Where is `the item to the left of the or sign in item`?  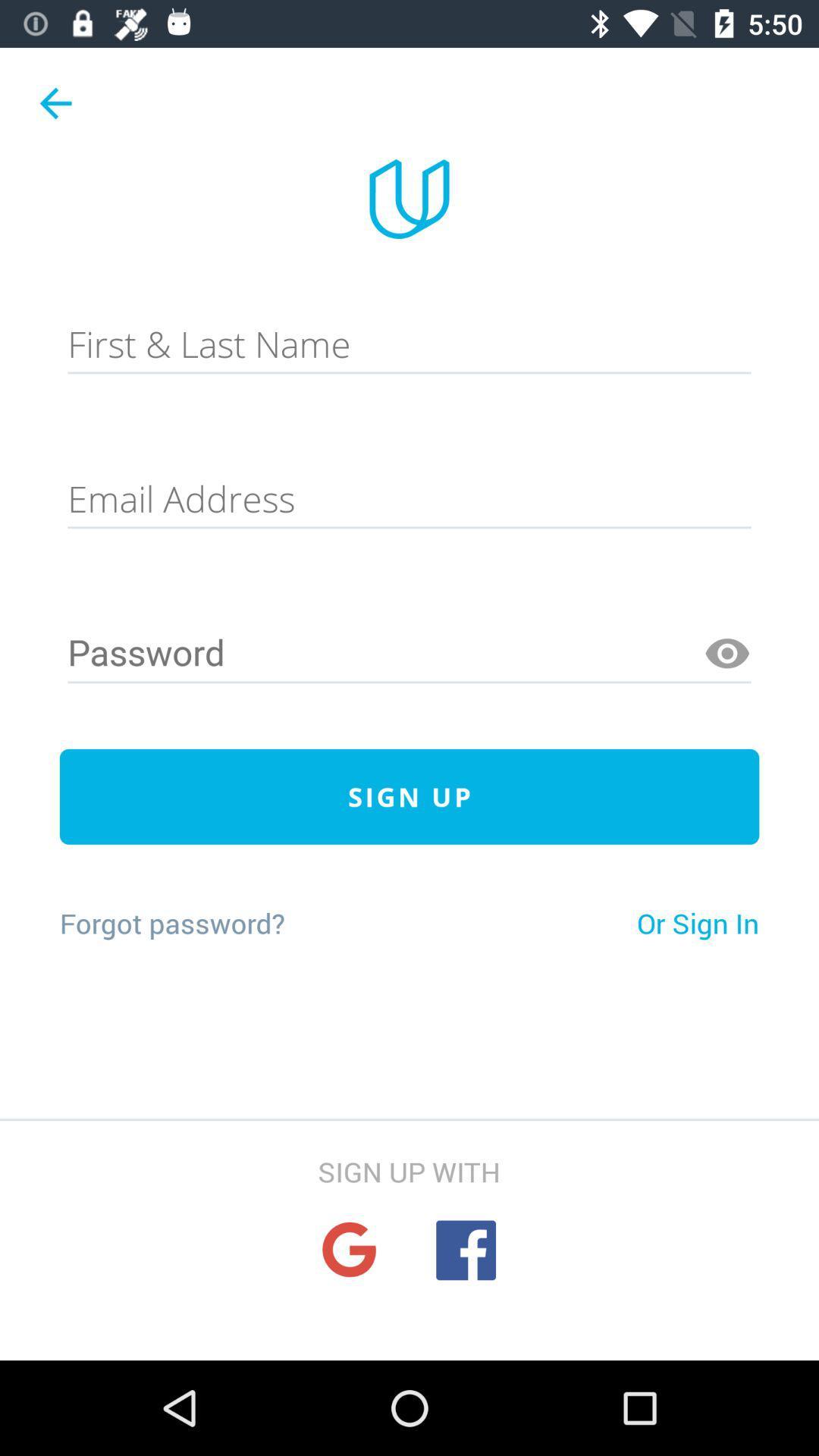 the item to the left of the or sign in item is located at coordinates (171, 922).